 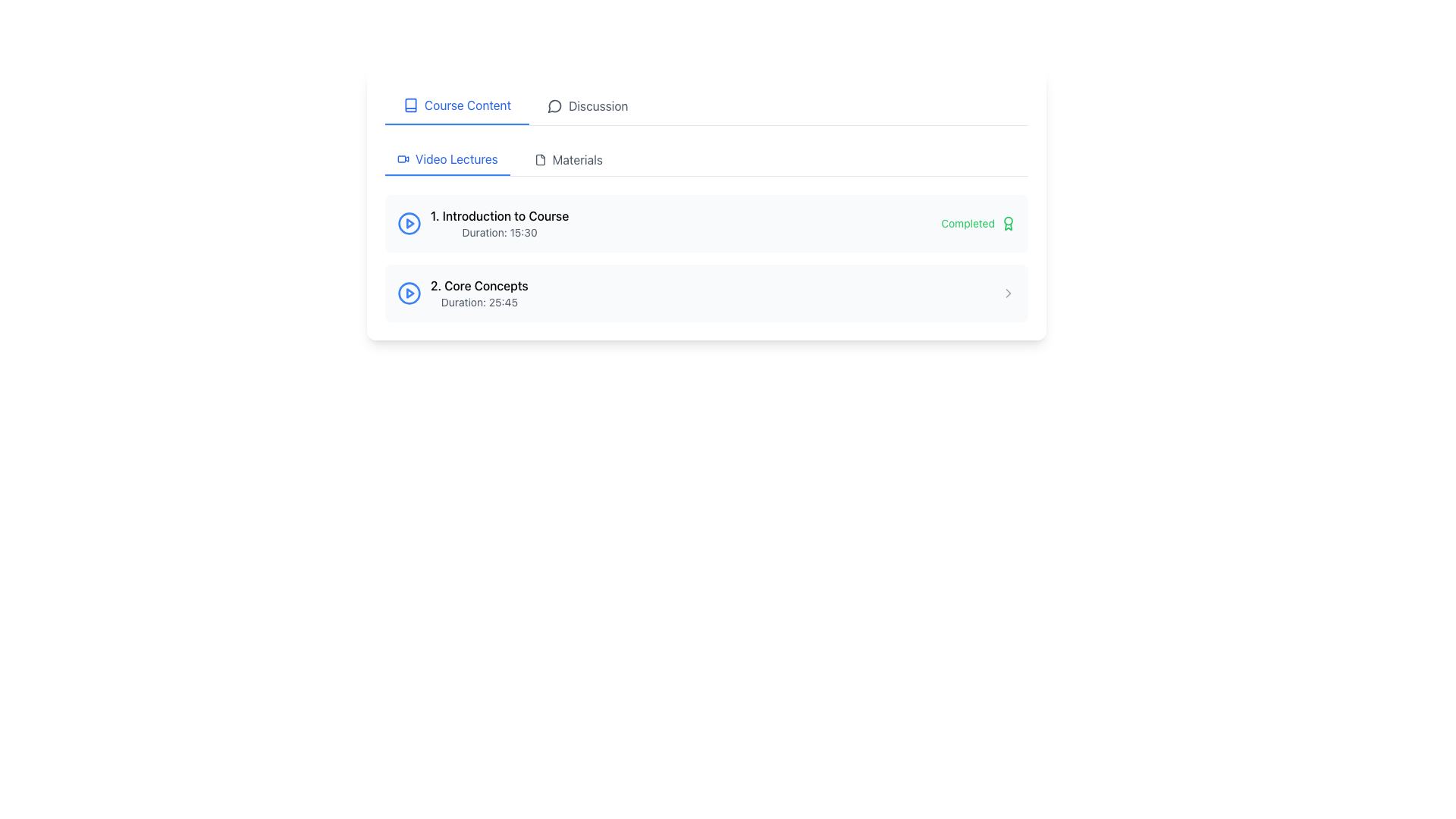 I want to click on the Navigation tab, so click(x=705, y=160).